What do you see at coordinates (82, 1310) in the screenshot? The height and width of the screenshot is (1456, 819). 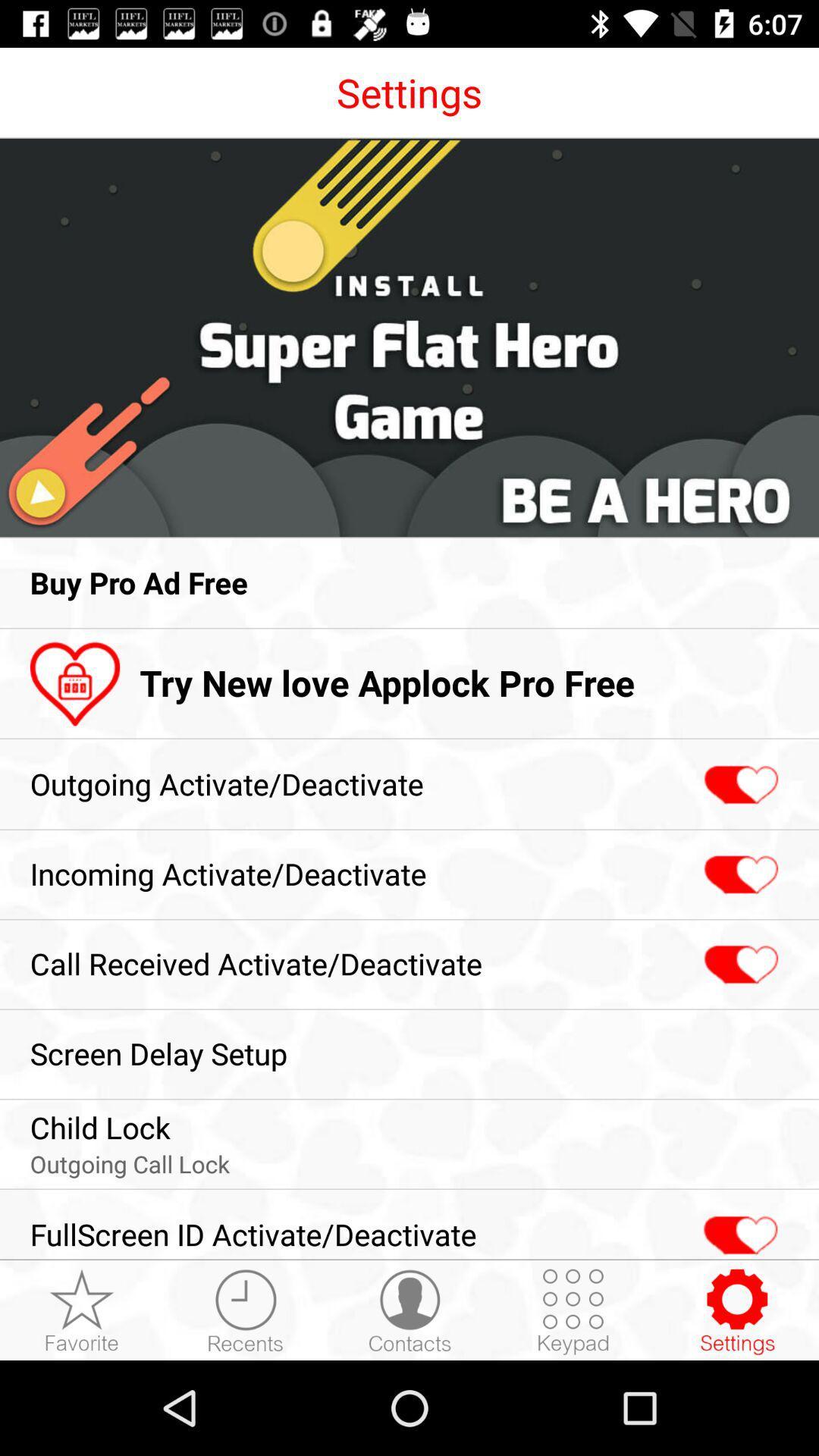 I see `a tab for the user favourite calls` at bounding box center [82, 1310].